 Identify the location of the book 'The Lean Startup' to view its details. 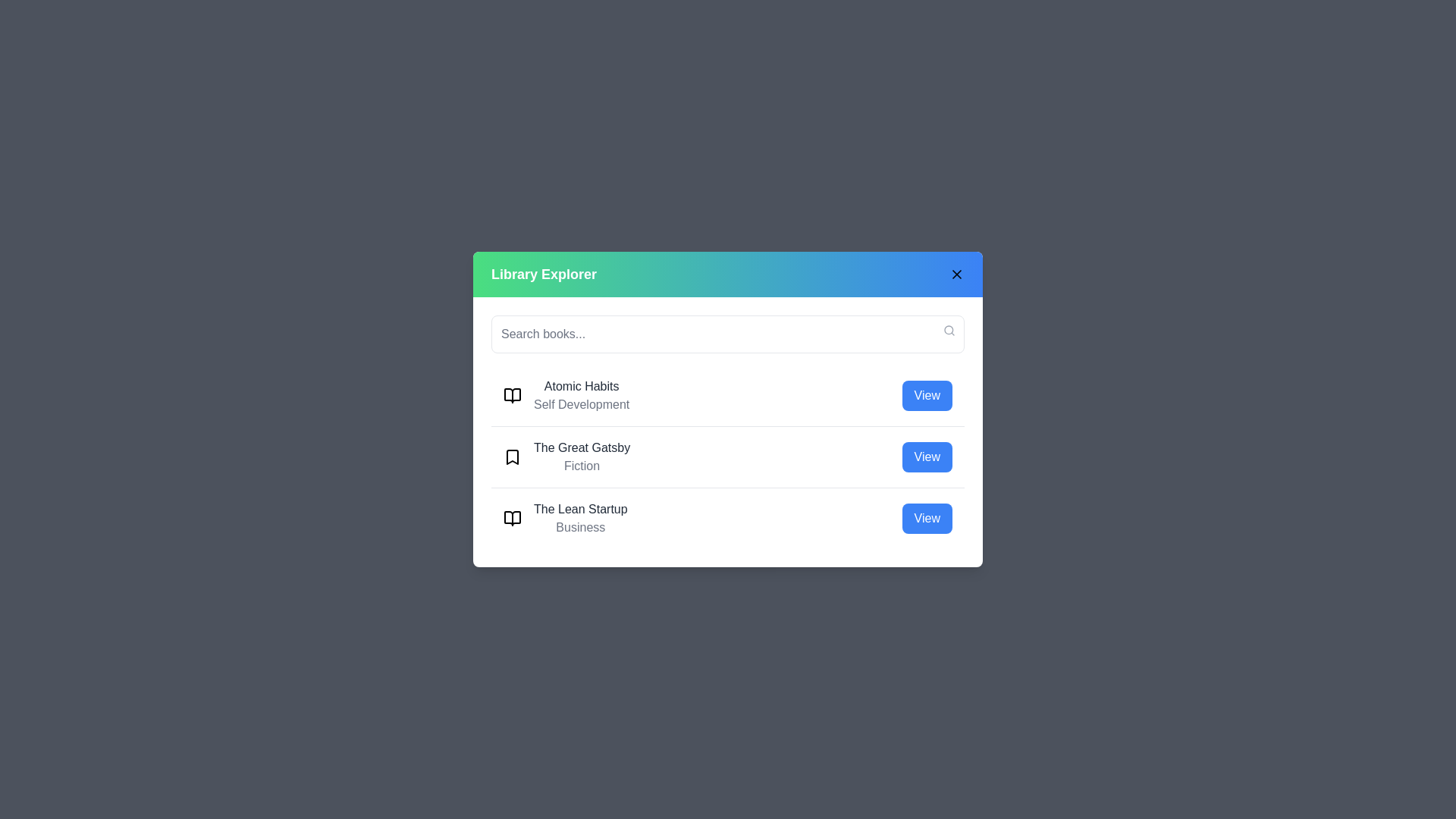
(926, 517).